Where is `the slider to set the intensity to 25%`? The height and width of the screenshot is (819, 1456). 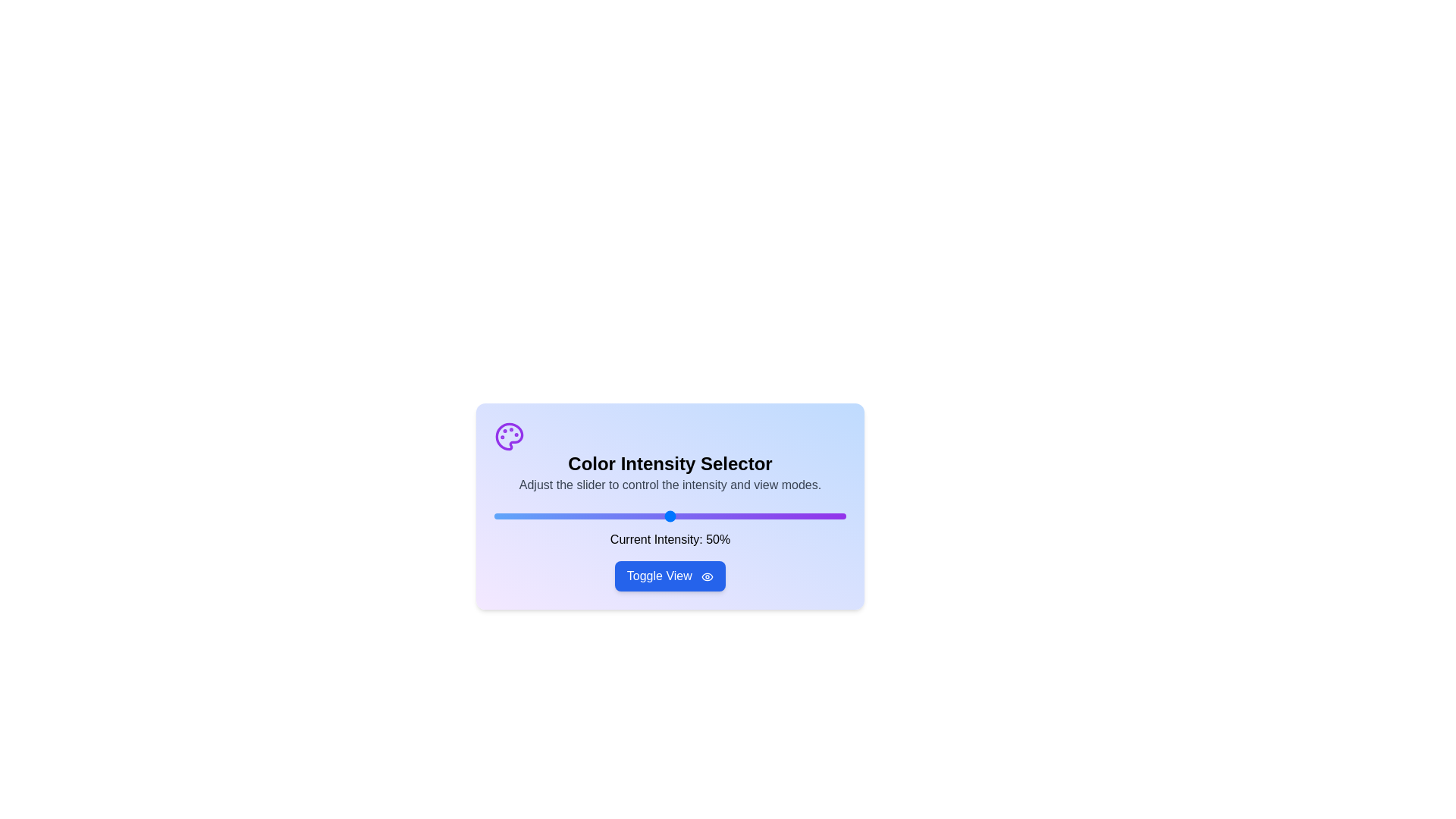 the slider to set the intensity to 25% is located at coordinates (582, 516).